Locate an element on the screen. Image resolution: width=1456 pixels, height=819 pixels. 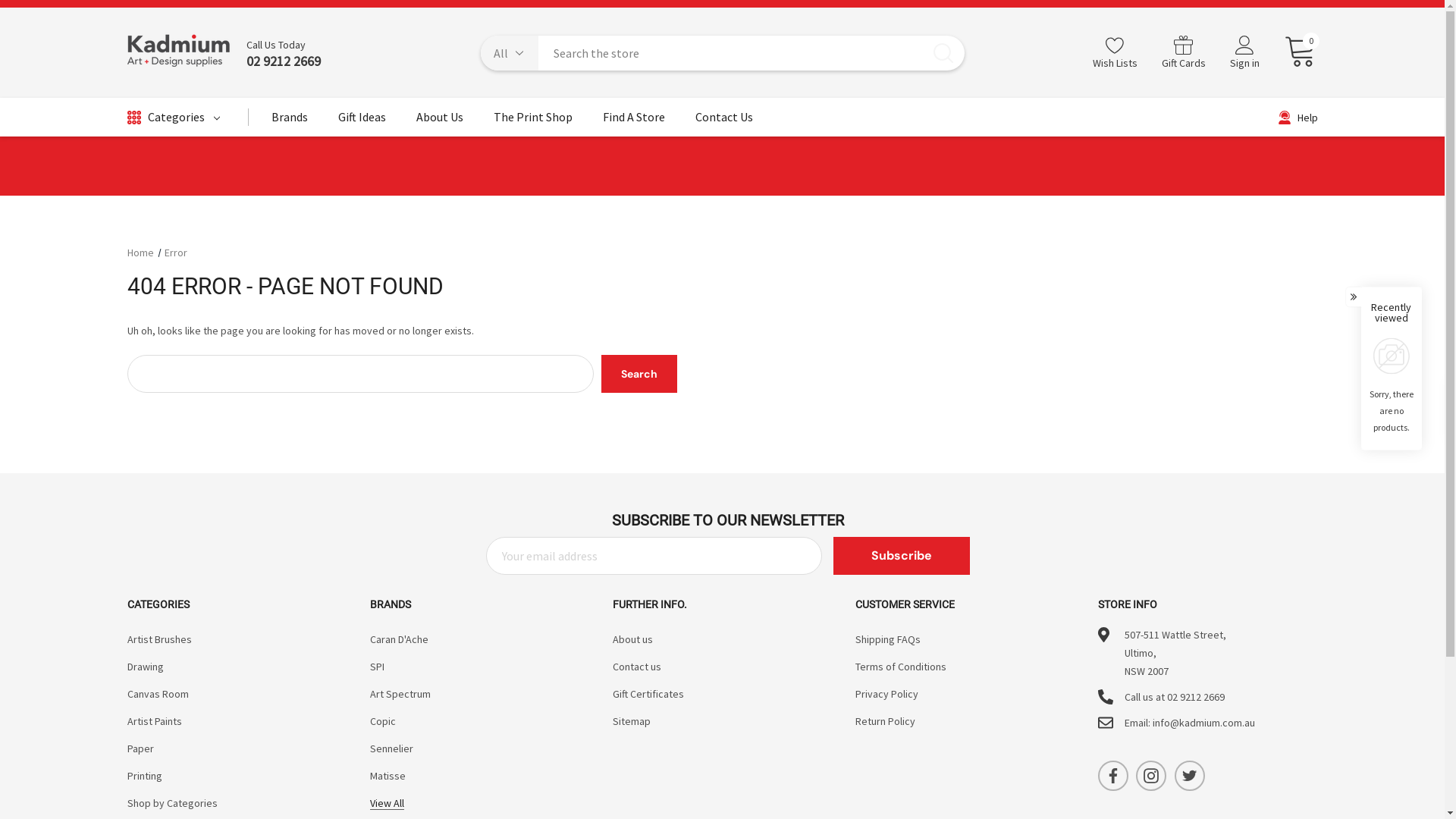
'0' is located at coordinates (1293, 52).